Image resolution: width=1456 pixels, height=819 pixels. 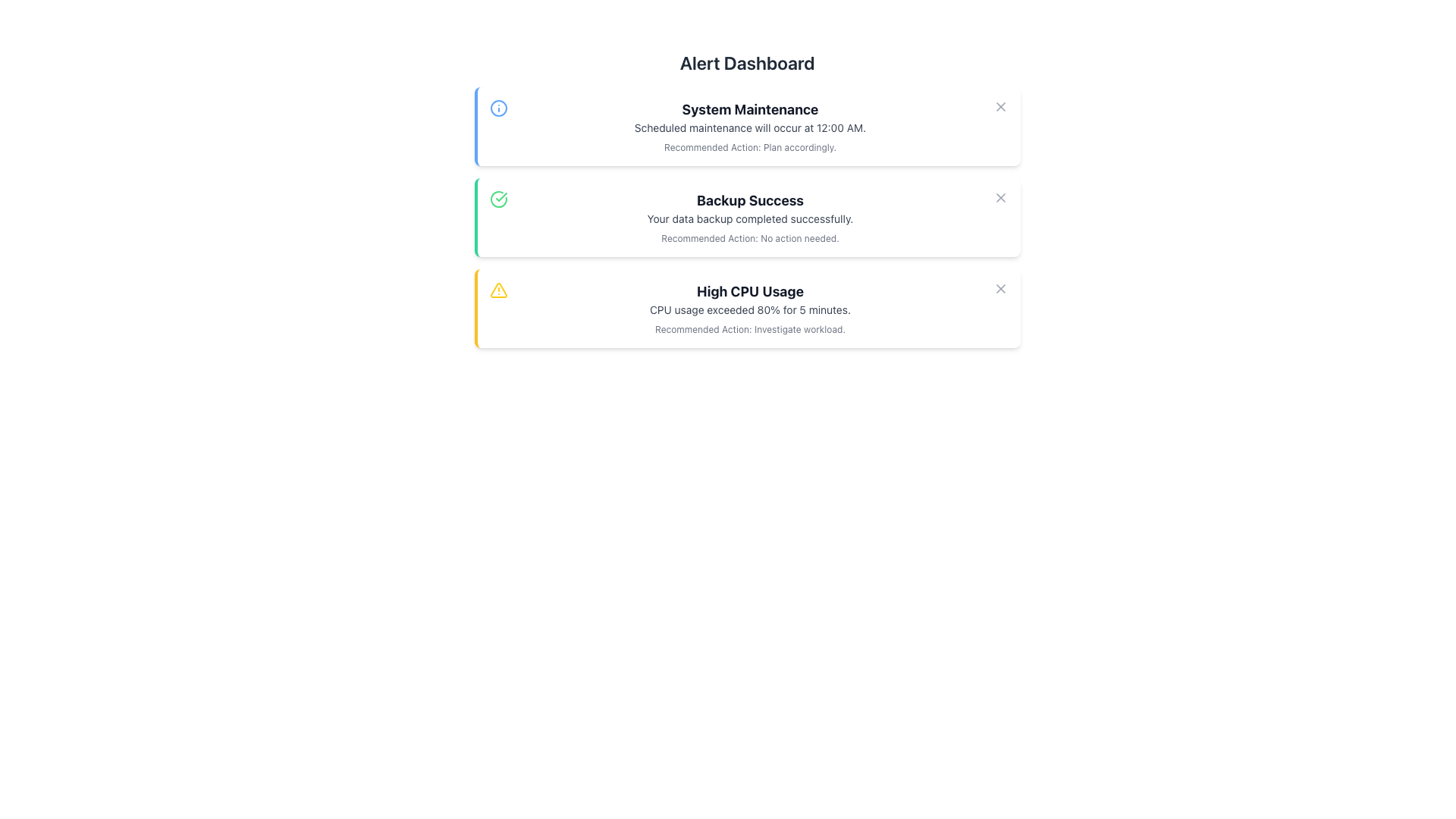 What do you see at coordinates (1000, 106) in the screenshot?
I see `the dismiss button located at the top-right corner of the 'System Maintenance' notification card to change its appearance` at bounding box center [1000, 106].